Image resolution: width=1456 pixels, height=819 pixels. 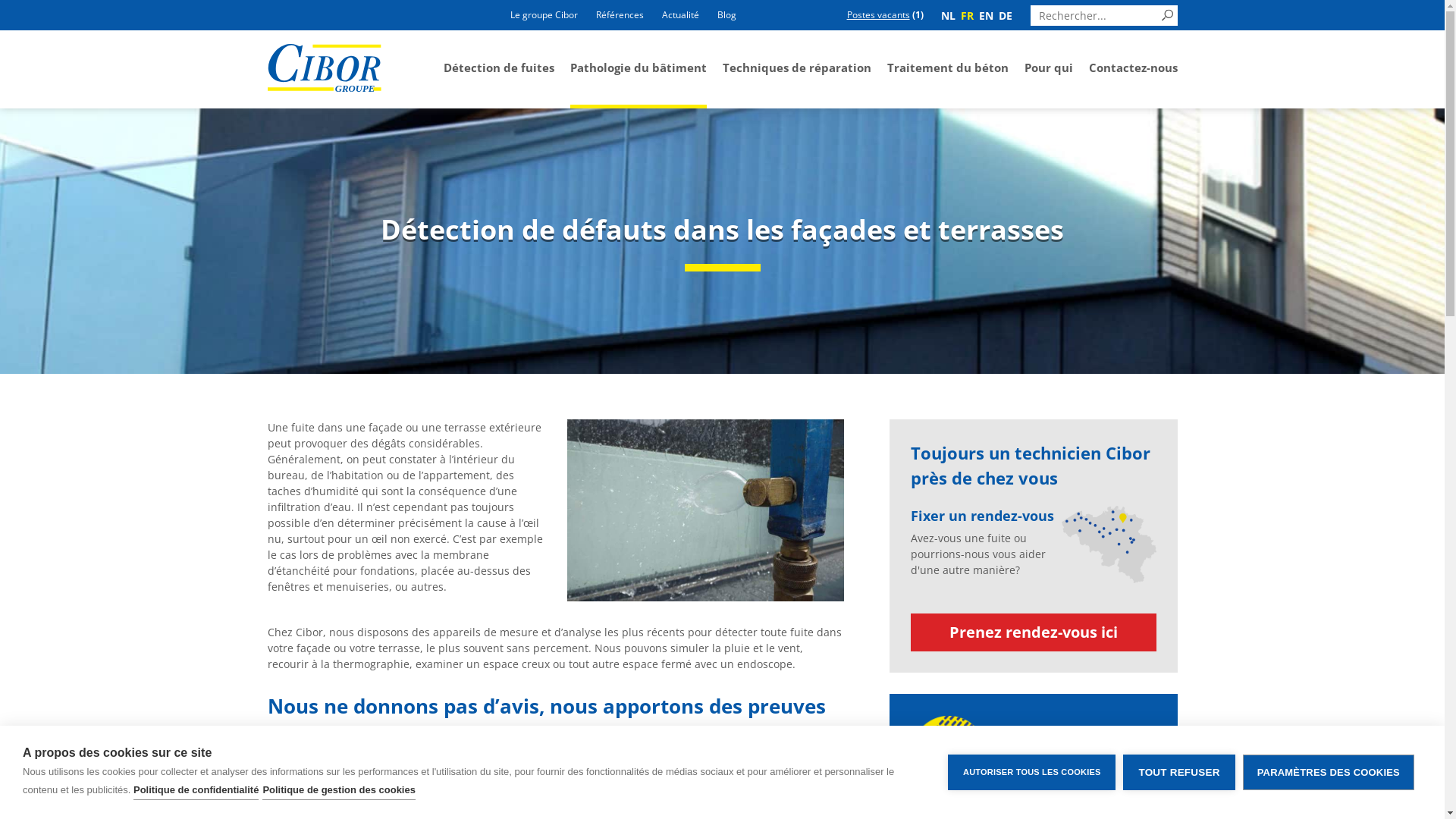 I want to click on 'Blog', so click(x=726, y=14).